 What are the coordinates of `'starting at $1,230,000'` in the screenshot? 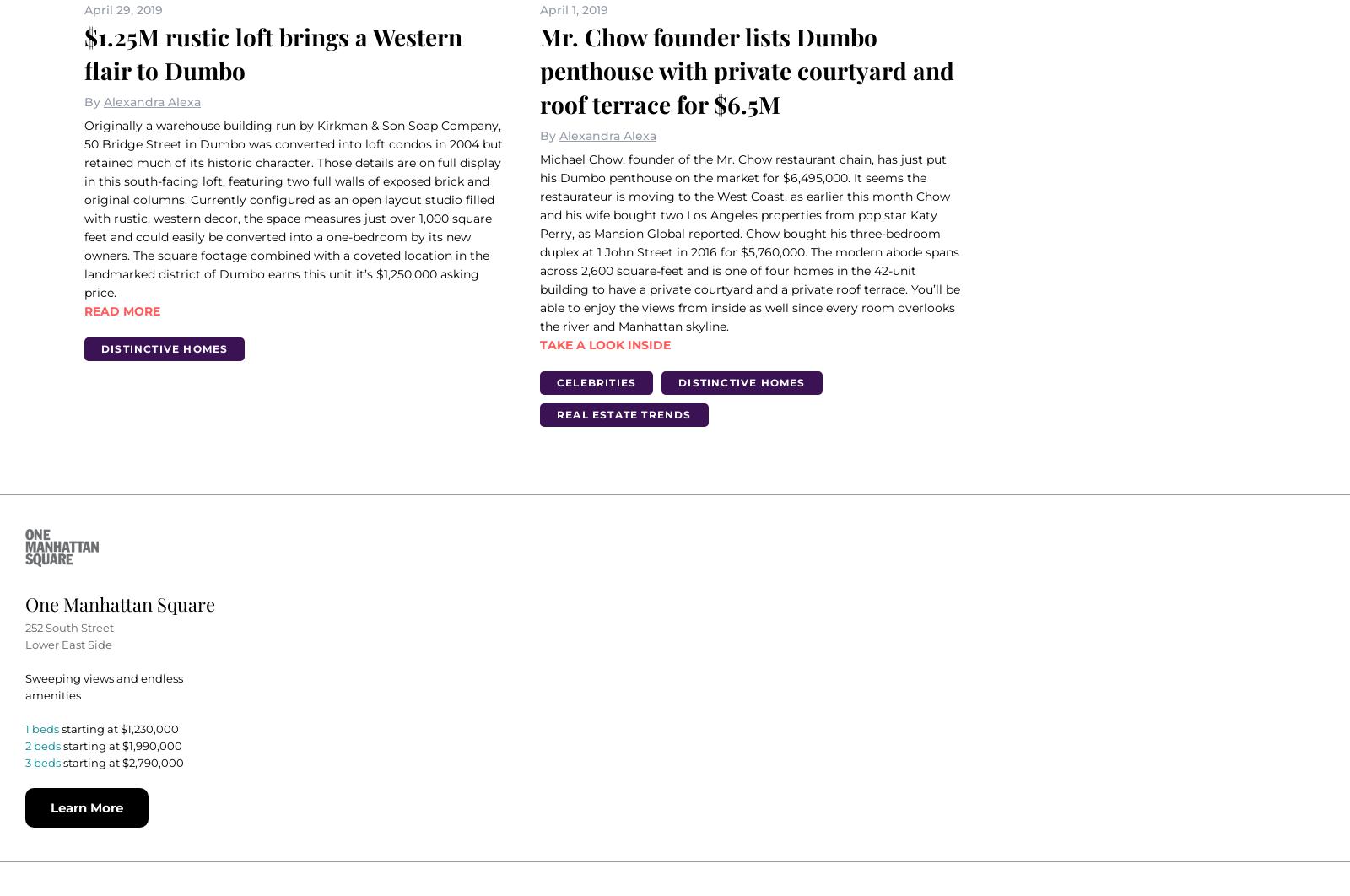 It's located at (119, 726).